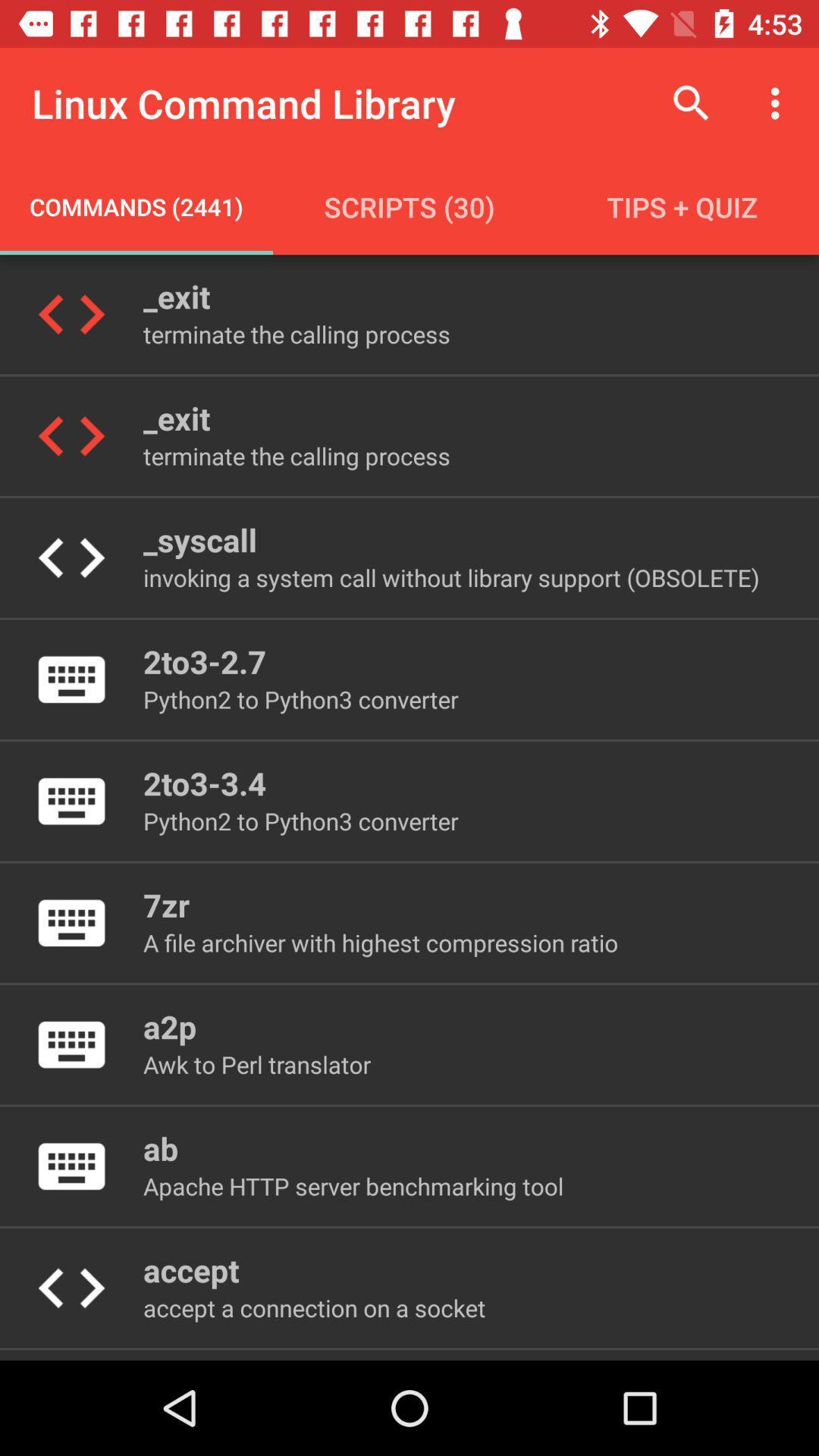 Image resolution: width=819 pixels, height=1456 pixels. I want to click on the item below a2p, so click(256, 1063).